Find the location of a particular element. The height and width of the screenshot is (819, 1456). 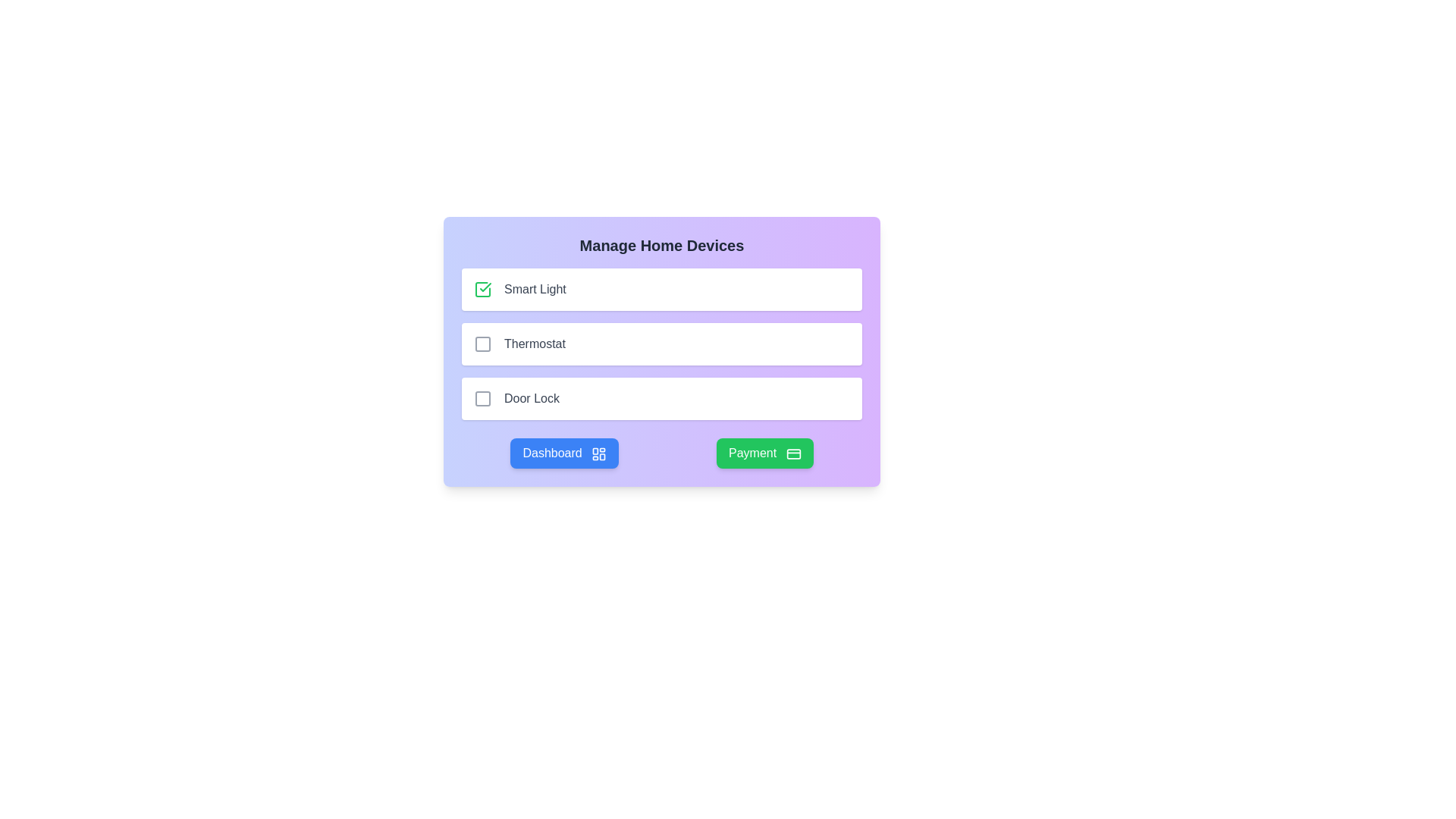

the 'Dashboard' button, which has a blue background and white text is located at coordinates (563, 452).